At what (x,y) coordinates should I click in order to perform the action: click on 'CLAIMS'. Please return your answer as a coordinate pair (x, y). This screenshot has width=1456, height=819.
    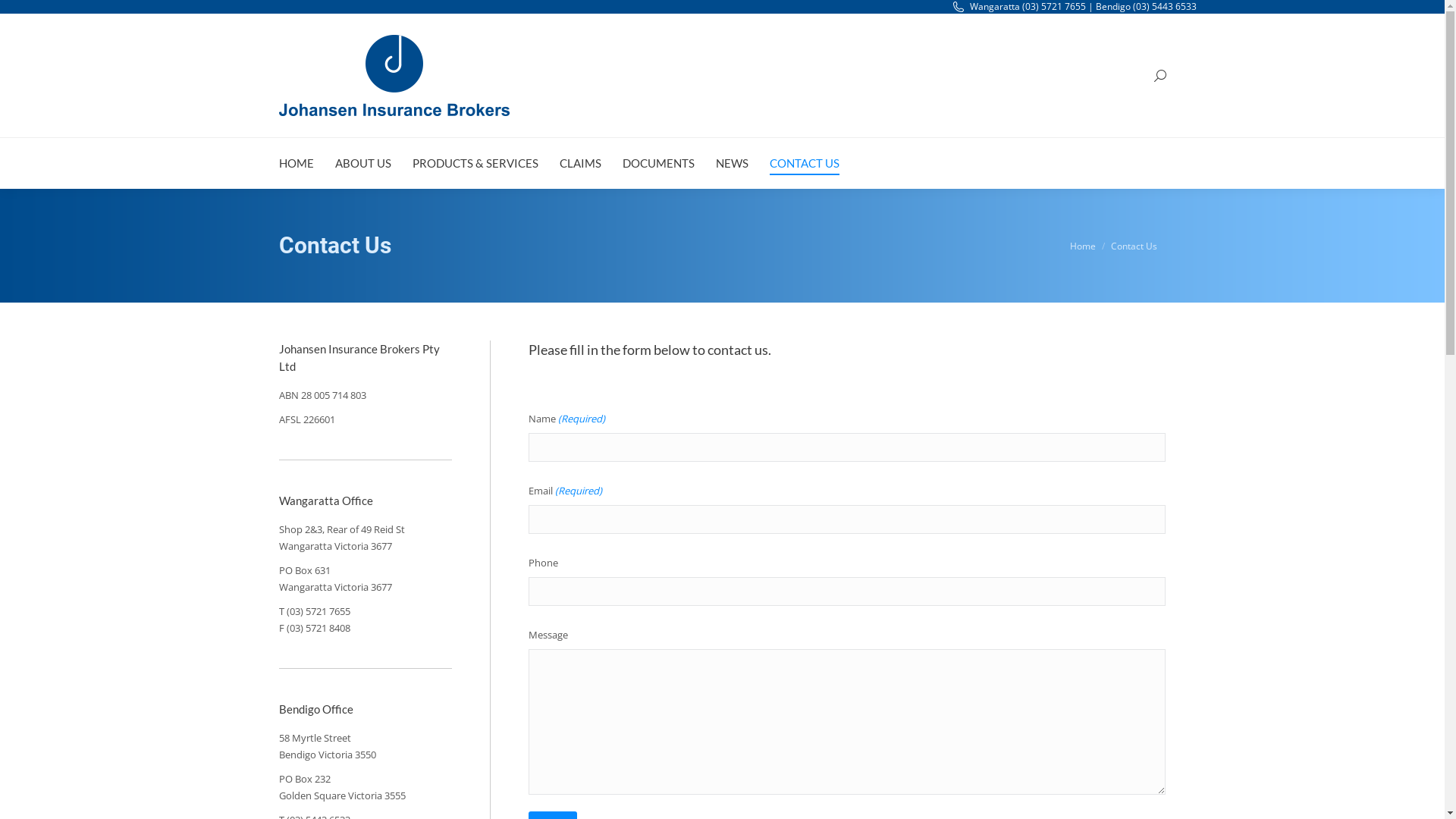
    Looking at the image, I should click on (579, 163).